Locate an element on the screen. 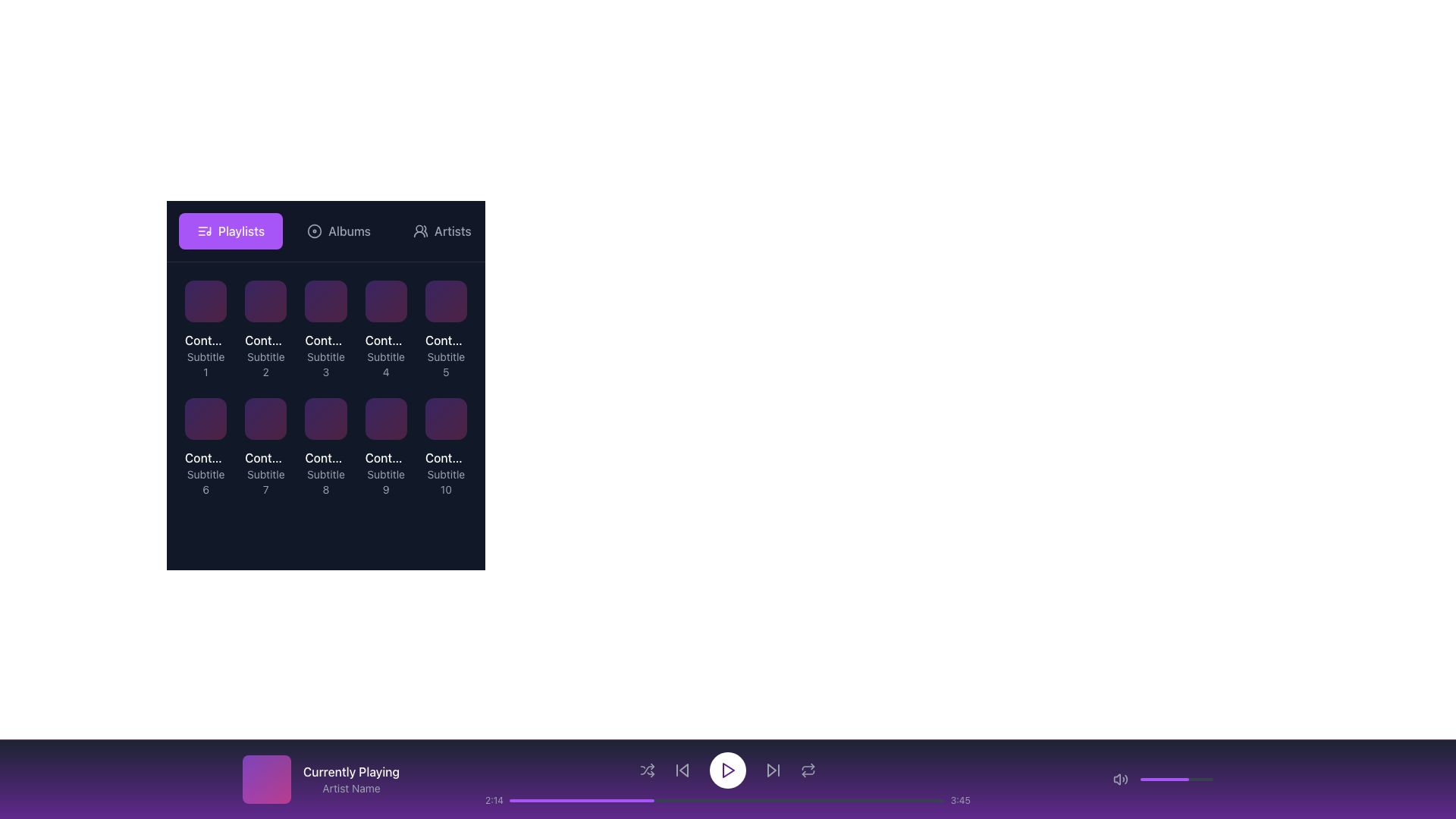 This screenshot has height=819, width=1456. the playback position is located at coordinates (536, 800).